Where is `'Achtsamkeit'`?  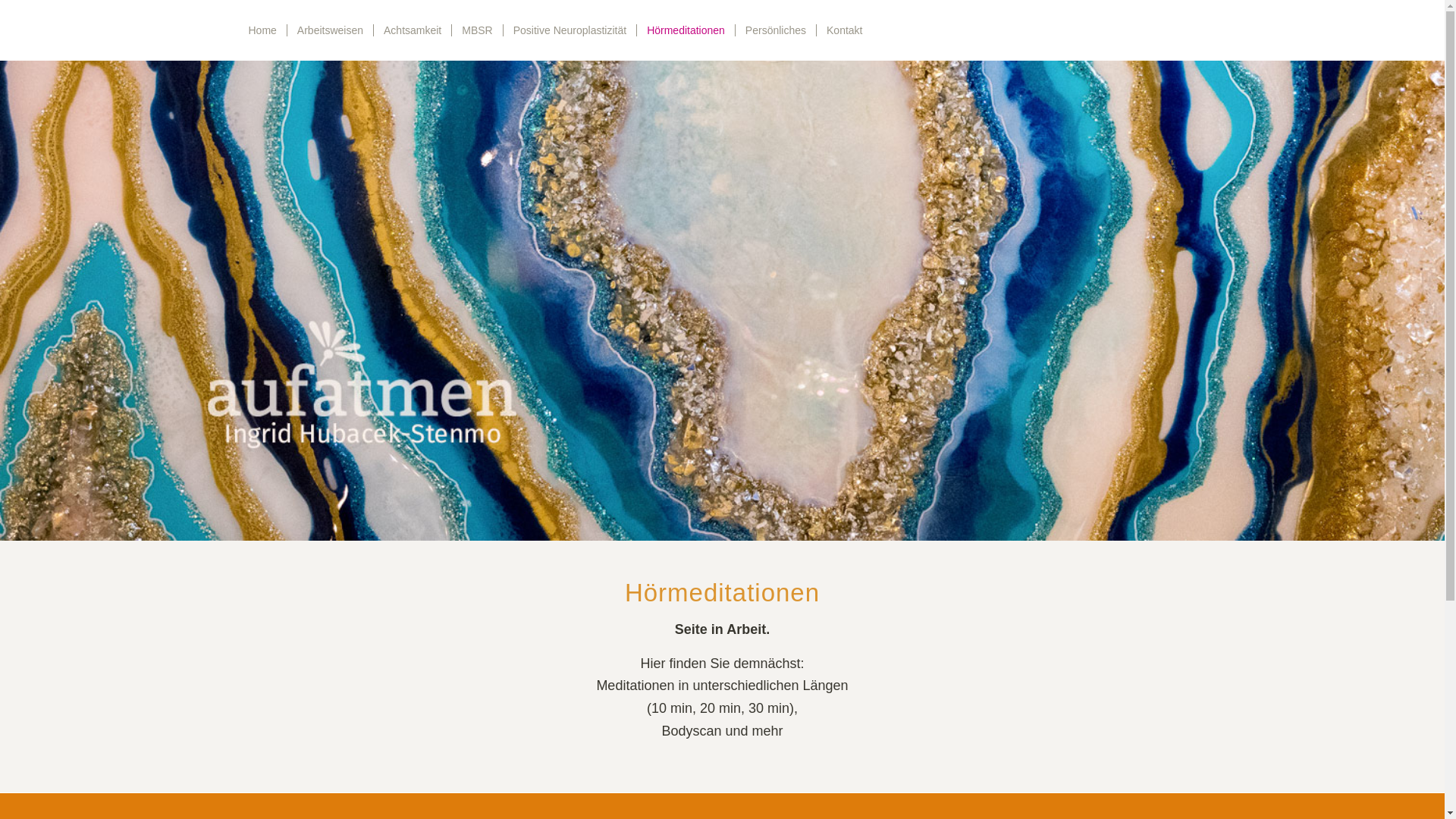
'Achtsamkeit' is located at coordinates (412, 30).